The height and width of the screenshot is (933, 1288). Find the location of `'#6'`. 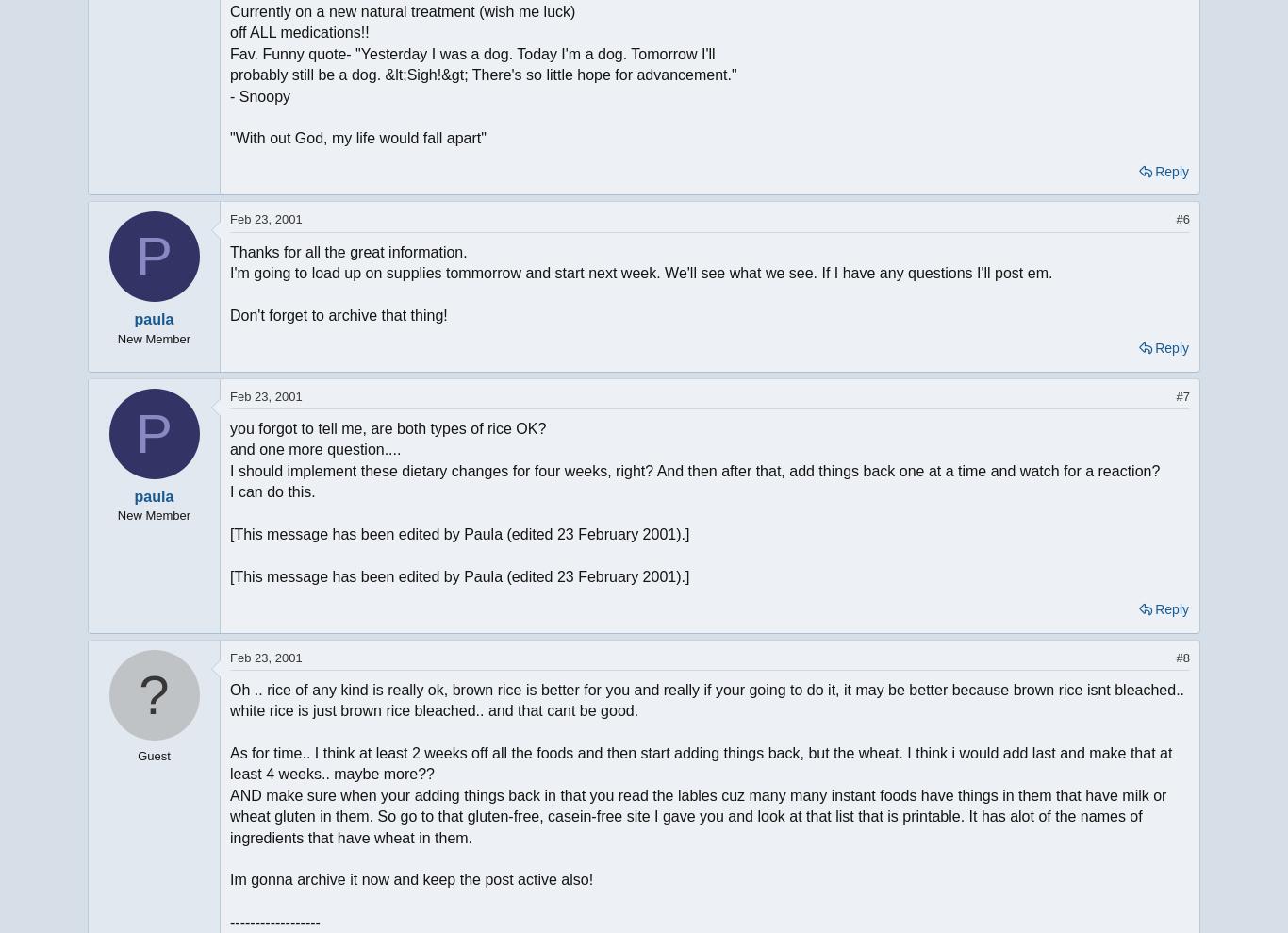

'#6' is located at coordinates (1181, 218).